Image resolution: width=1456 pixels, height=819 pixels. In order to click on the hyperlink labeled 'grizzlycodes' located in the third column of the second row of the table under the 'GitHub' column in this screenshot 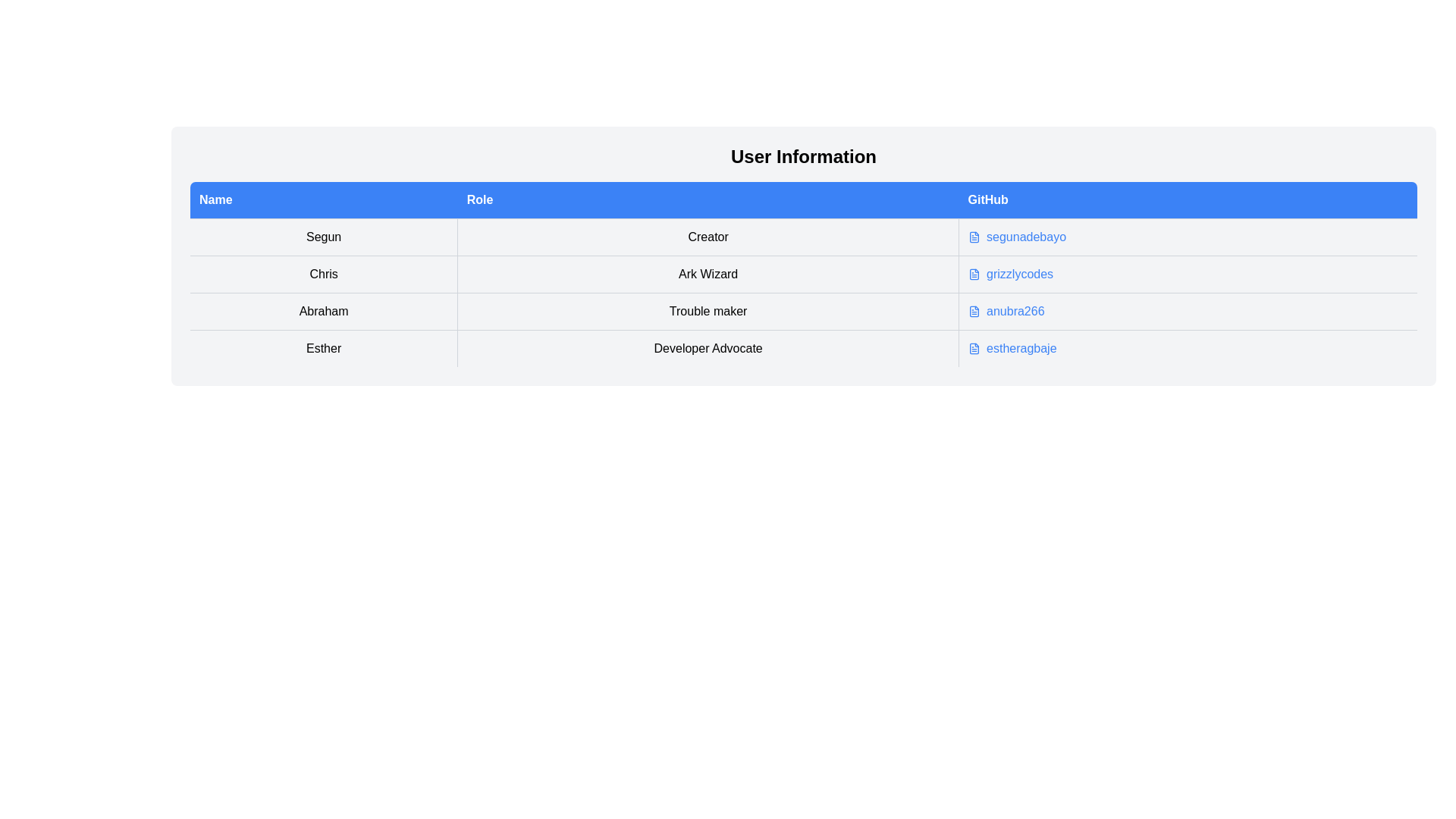, I will do `click(1188, 275)`.